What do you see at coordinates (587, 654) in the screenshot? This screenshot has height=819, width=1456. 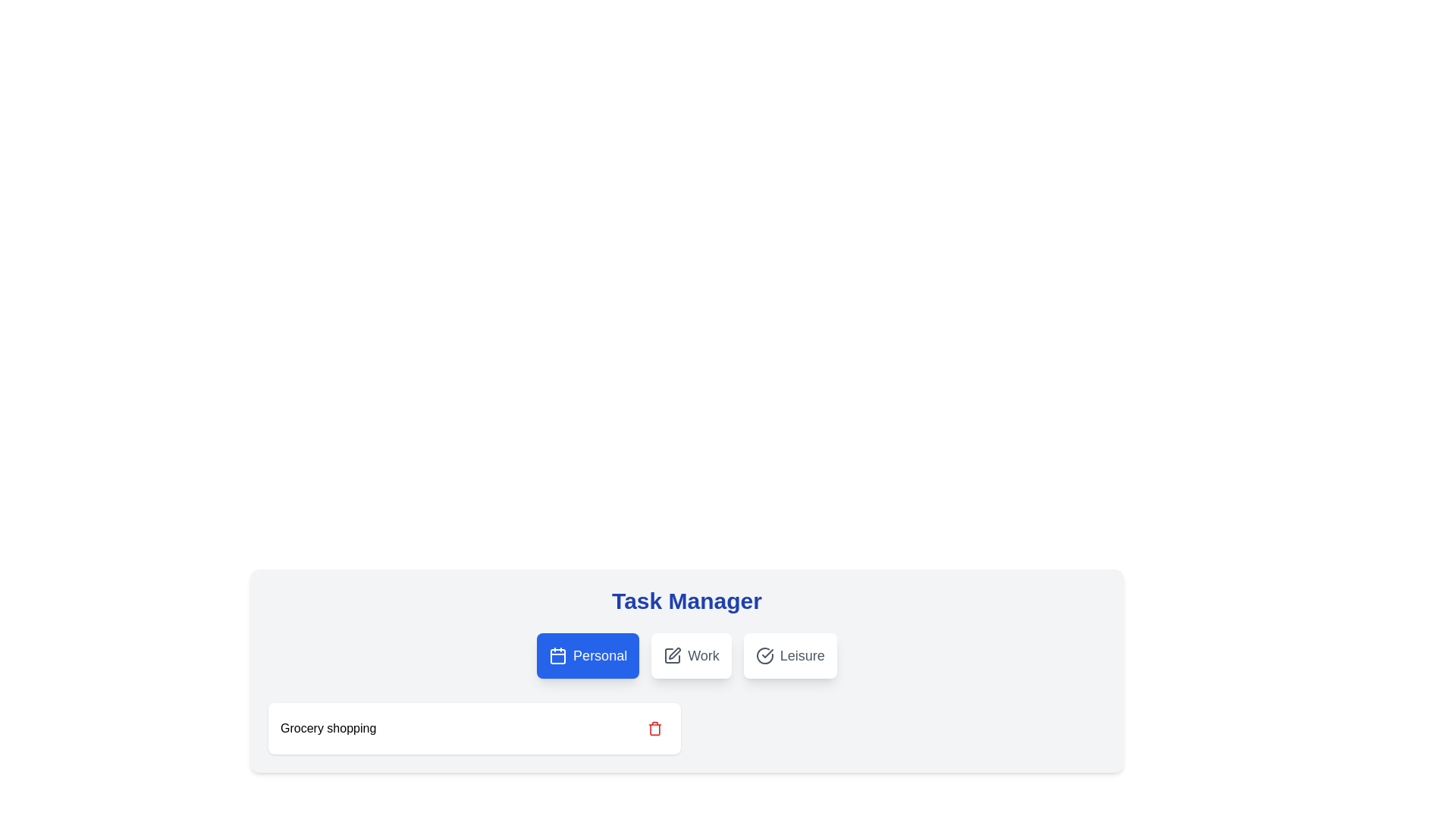 I see `the 'Personal' button, which has a vivid blue background and white text, located below the 'Task Manager' heading and to the left of the 'Work' button` at bounding box center [587, 654].